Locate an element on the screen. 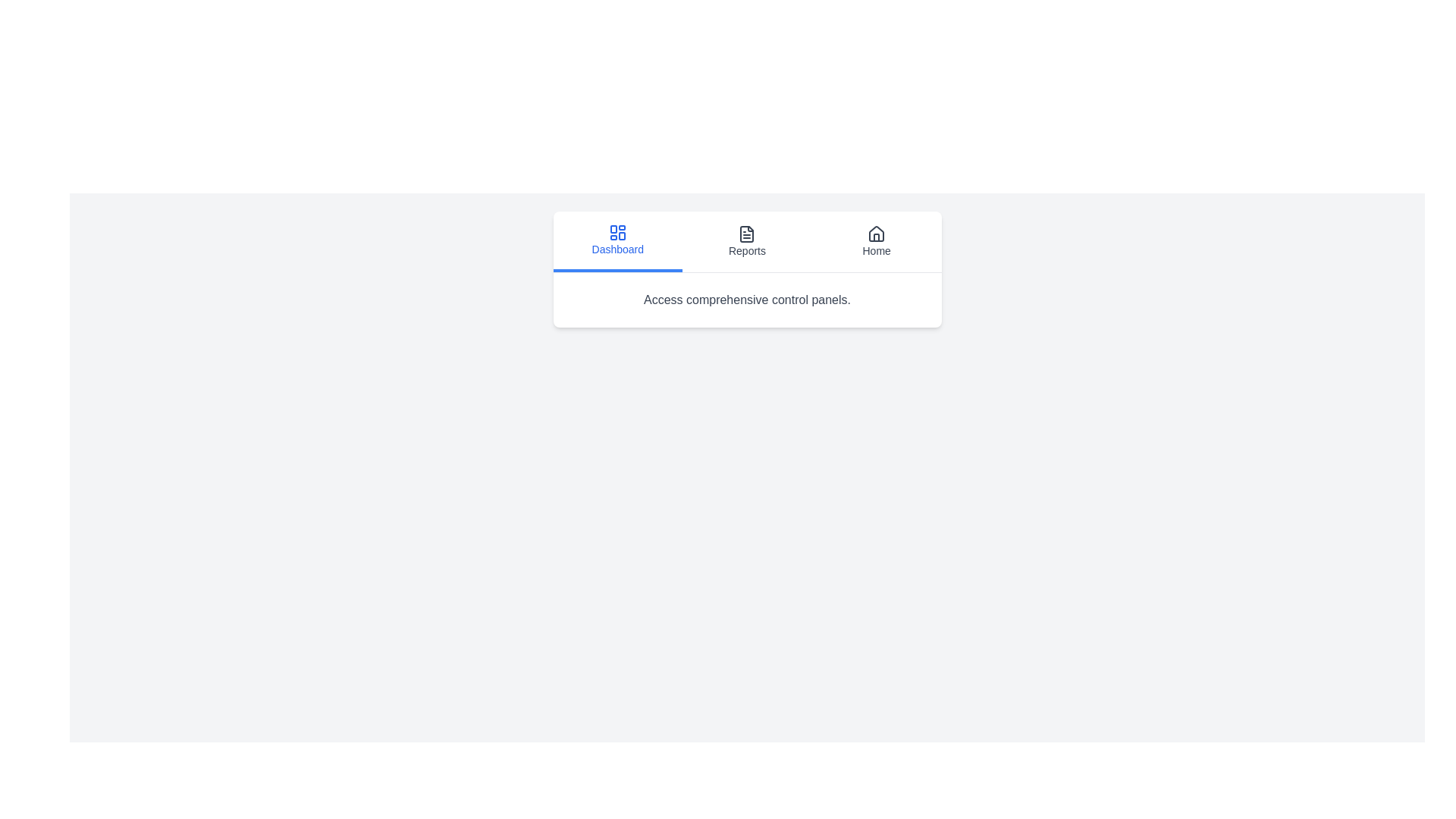 The image size is (1456, 819). the tab labeled Reports is located at coordinates (747, 241).